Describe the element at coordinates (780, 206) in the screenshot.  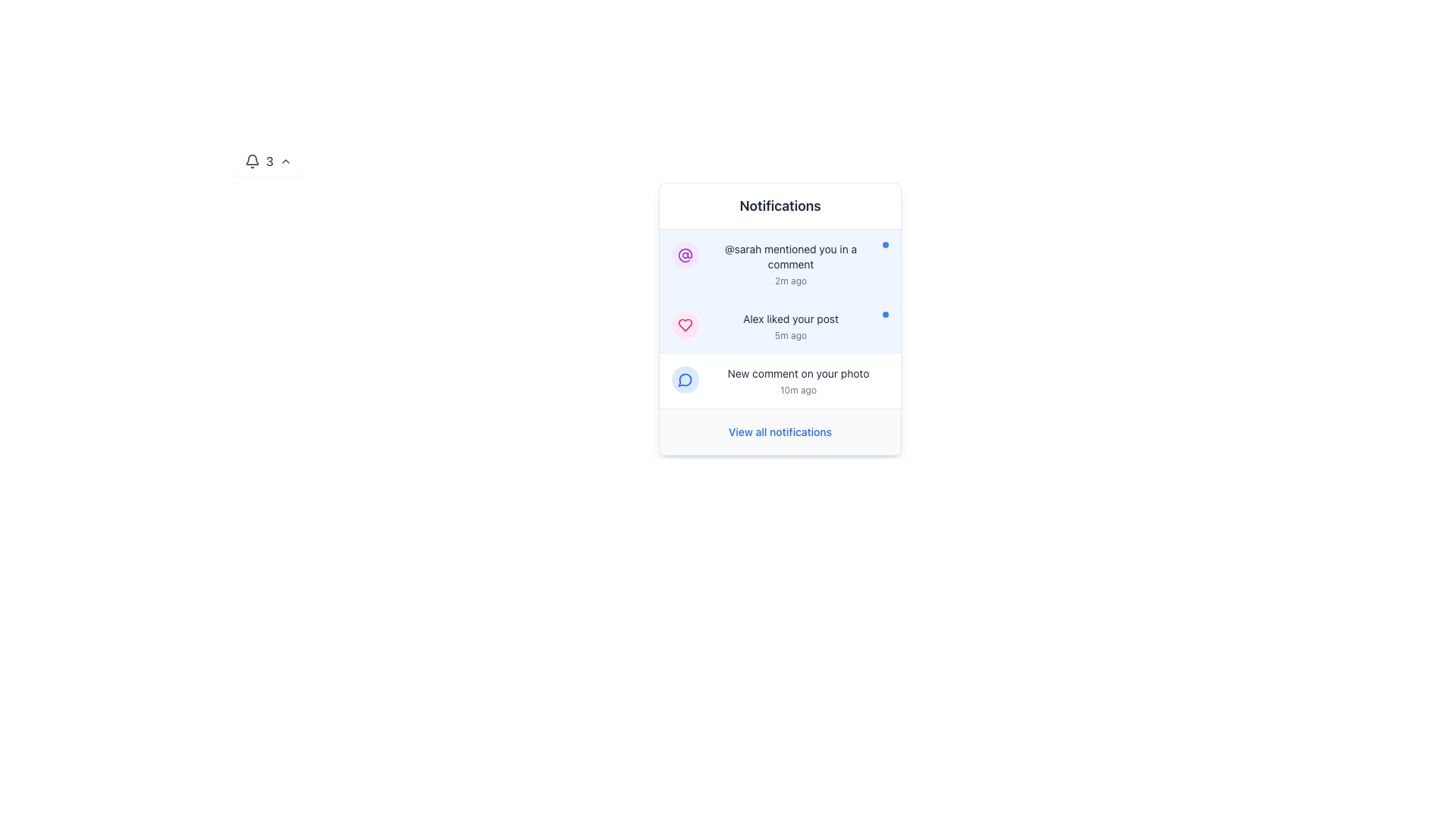
I see `text displayed in the 'Notifications' header, which is a bold and dark font at the top of the notification panel` at that location.